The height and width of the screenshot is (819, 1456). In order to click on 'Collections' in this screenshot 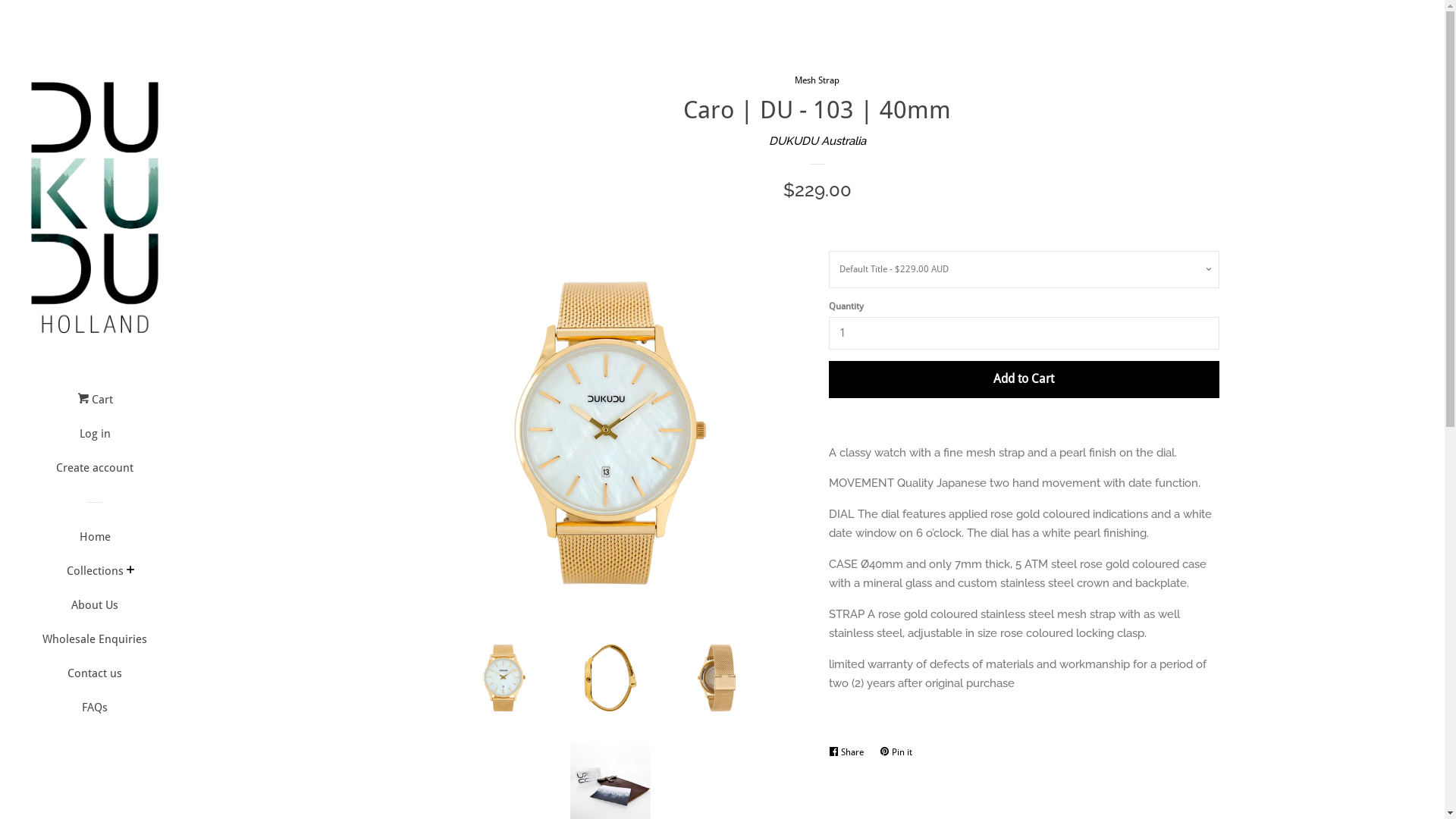, I will do `click(94, 576)`.